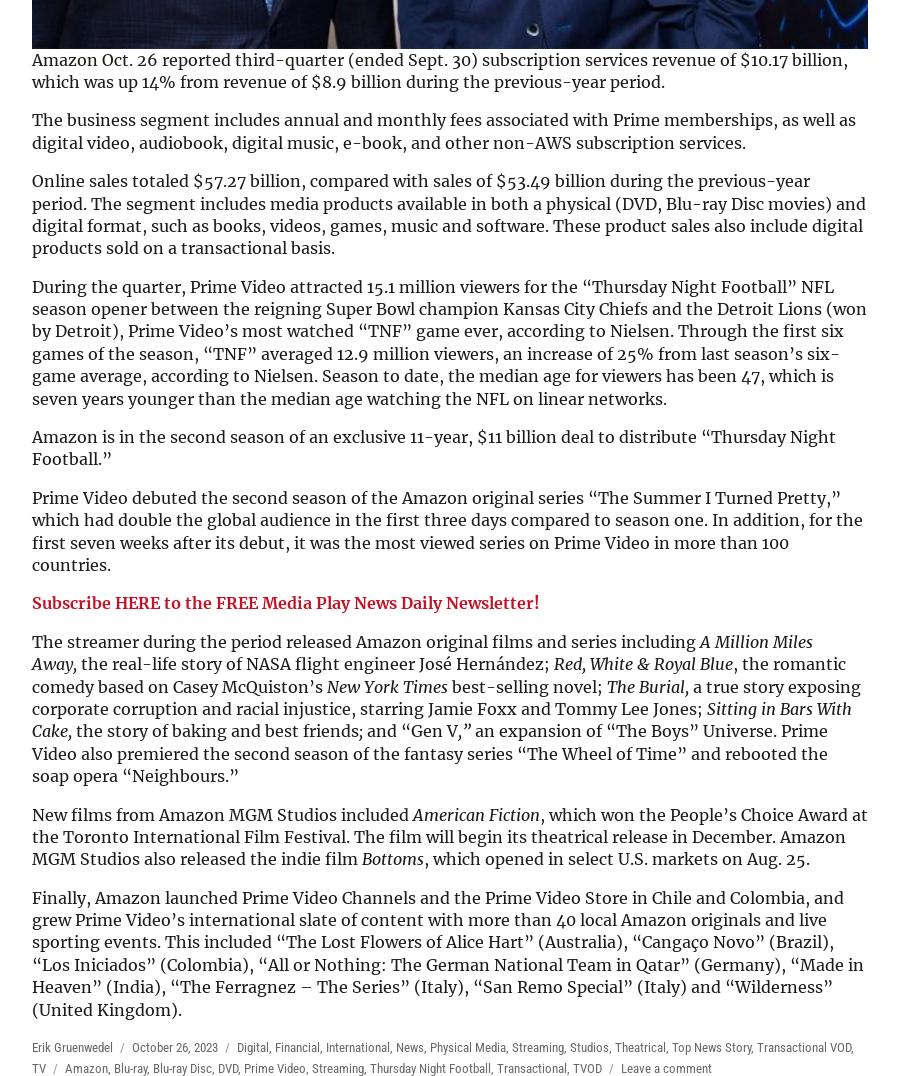 The width and height of the screenshot is (900, 1076). Describe the element at coordinates (640, 1047) in the screenshot. I see `'Theatrical'` at that location.